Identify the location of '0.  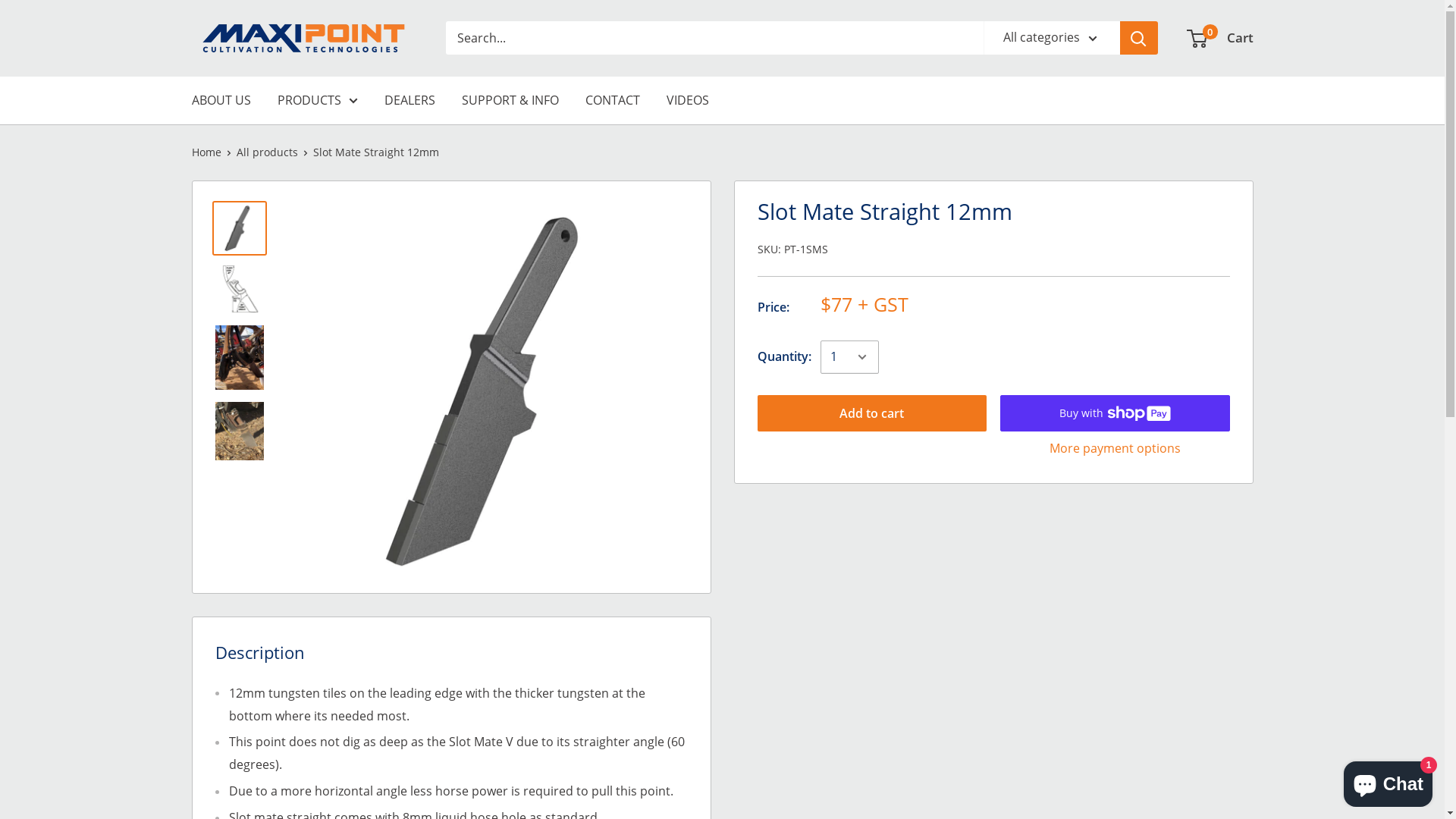
(1186, 37).